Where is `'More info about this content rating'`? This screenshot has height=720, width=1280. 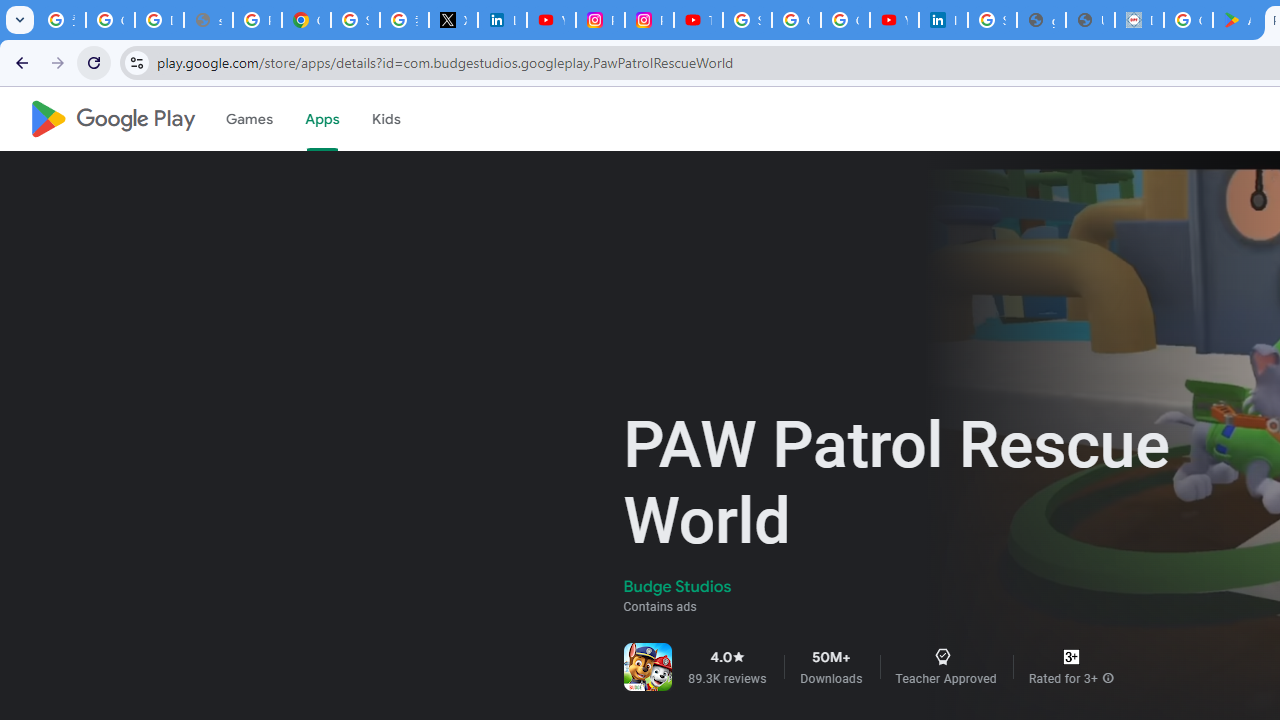 'More info about this content rating' is located at coordinates (1107, 677).